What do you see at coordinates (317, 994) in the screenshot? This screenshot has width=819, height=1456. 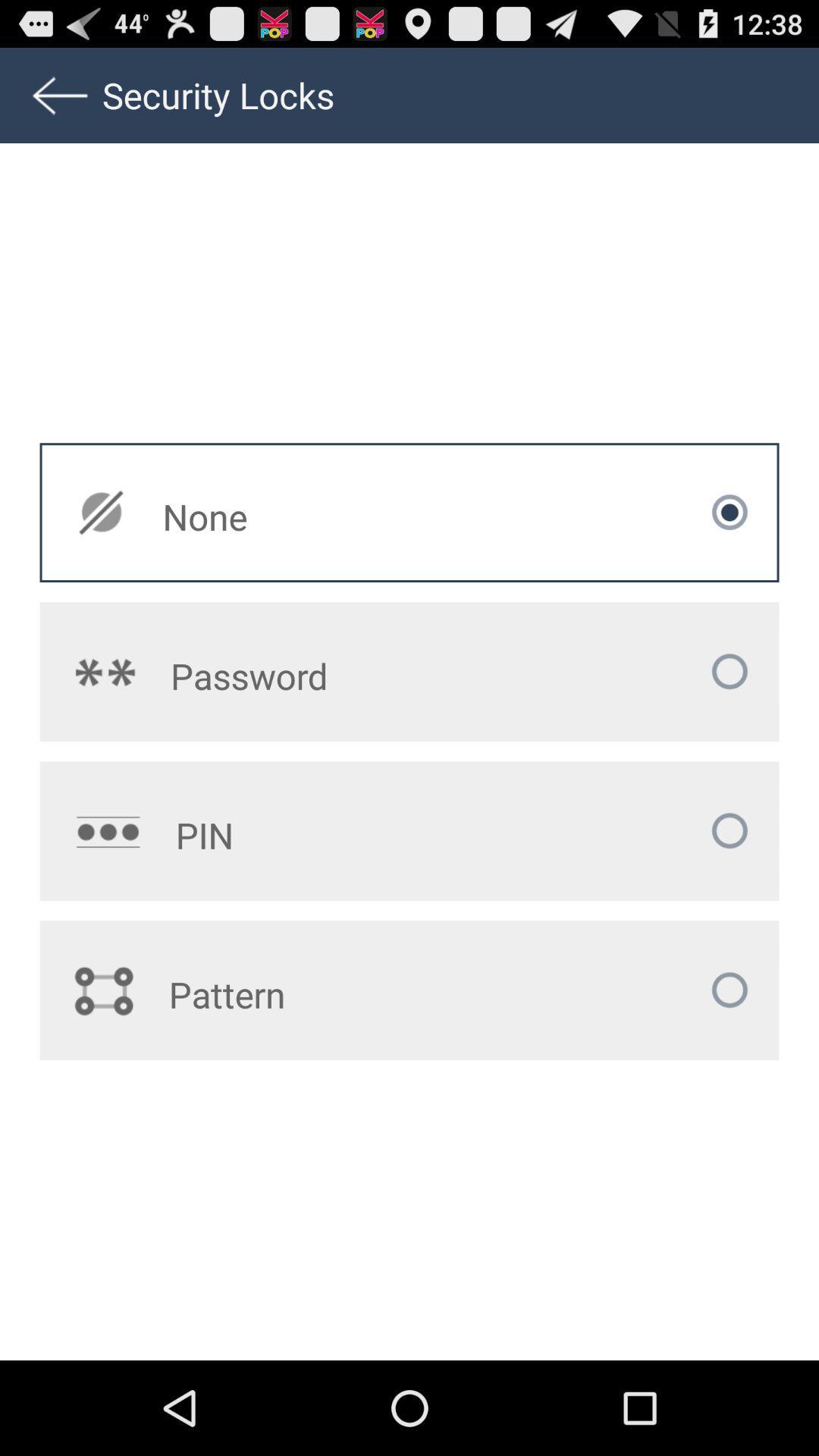 I see `app below the pin app` at bounding box center [317, 994].